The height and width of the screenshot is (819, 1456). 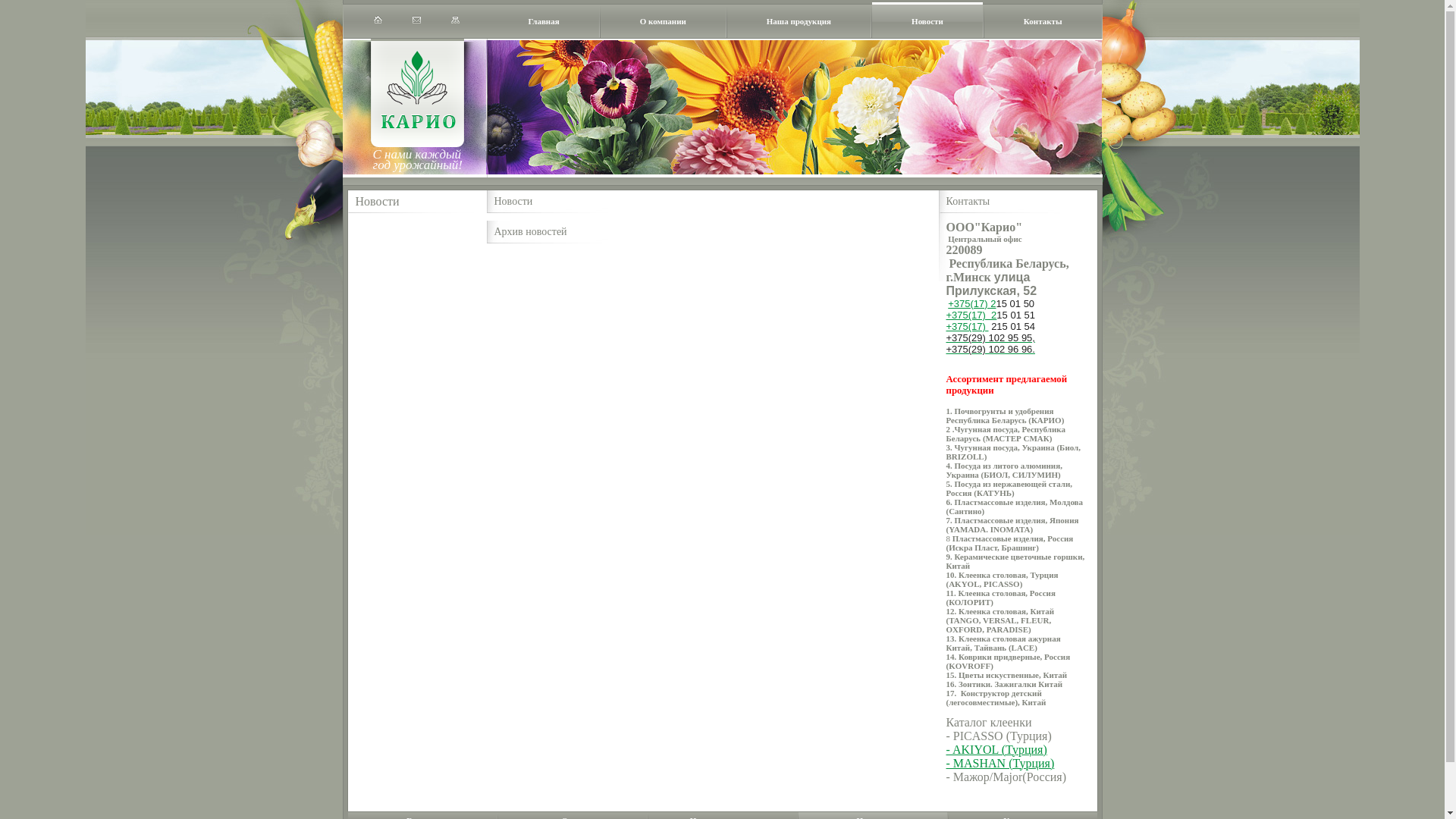 I want to click on '+375(17) ', so click(x=967, y=325).